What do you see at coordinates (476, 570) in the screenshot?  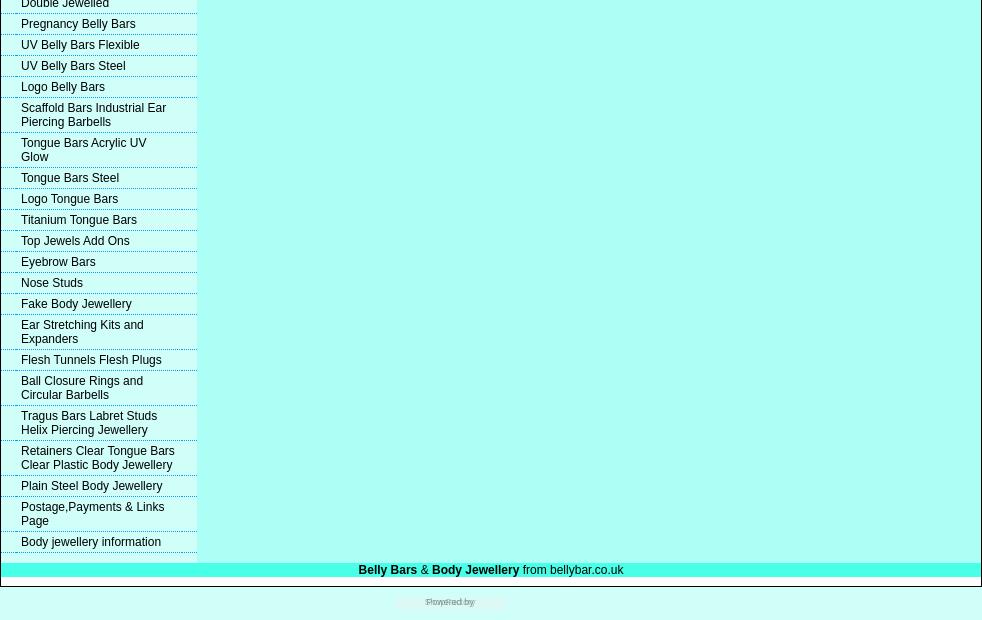 I see `'Body Jewellery'` at bounding box center [476, 570].